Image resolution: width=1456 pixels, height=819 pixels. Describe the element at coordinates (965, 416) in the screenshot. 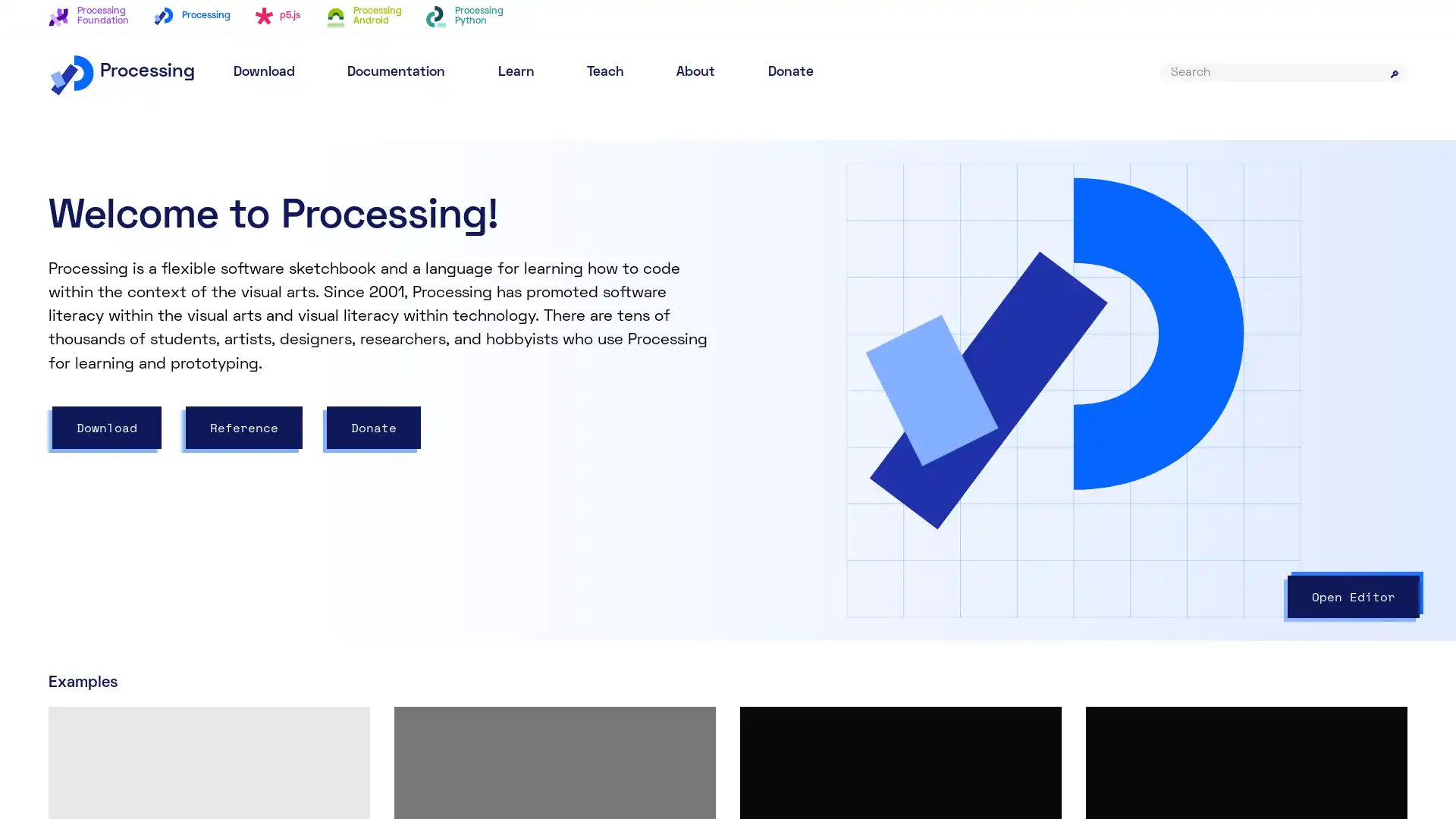

I see `change position` at that location.